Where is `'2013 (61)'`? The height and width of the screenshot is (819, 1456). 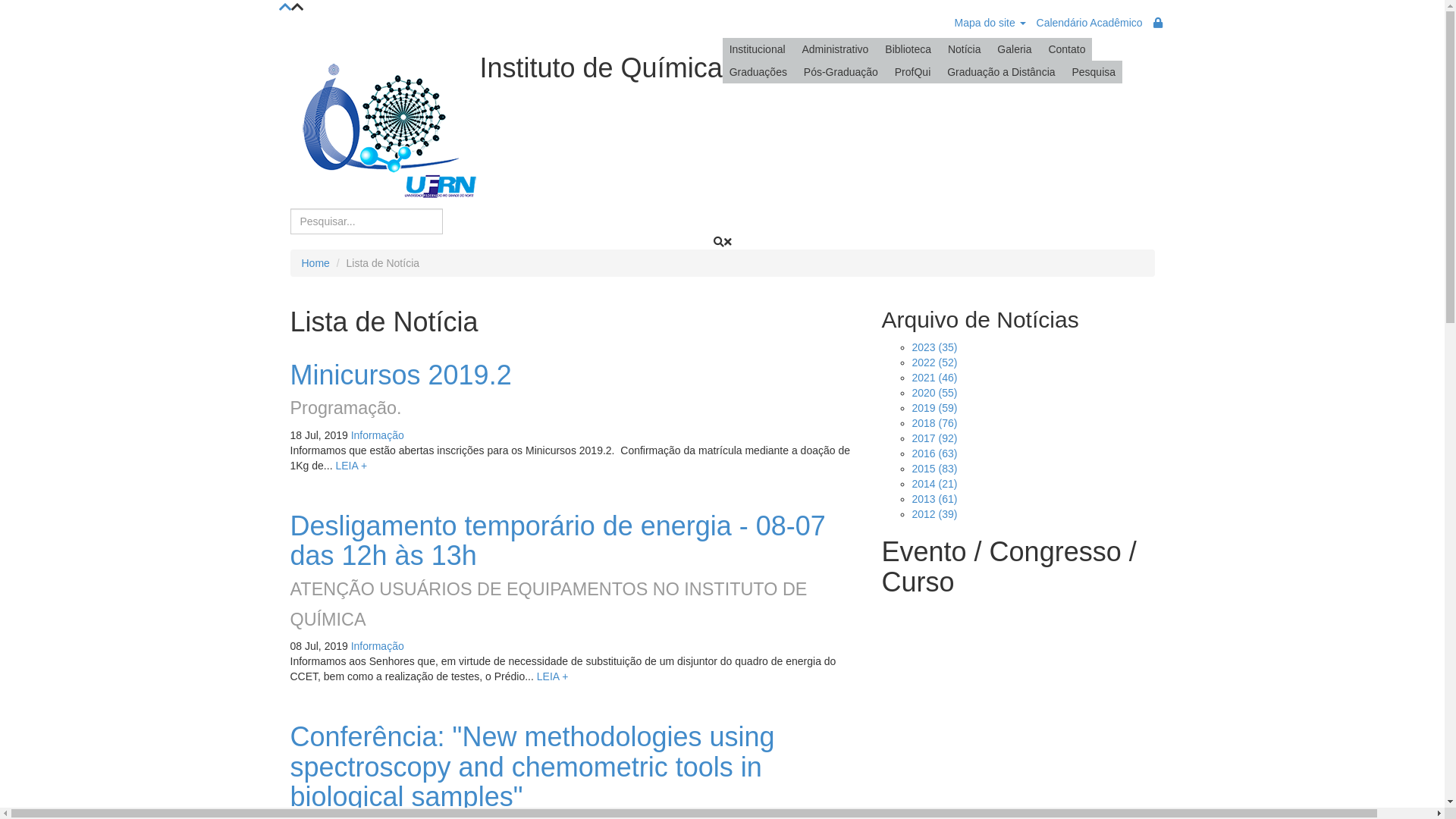 '2013 (61)' is located at coordinates (934, 499).